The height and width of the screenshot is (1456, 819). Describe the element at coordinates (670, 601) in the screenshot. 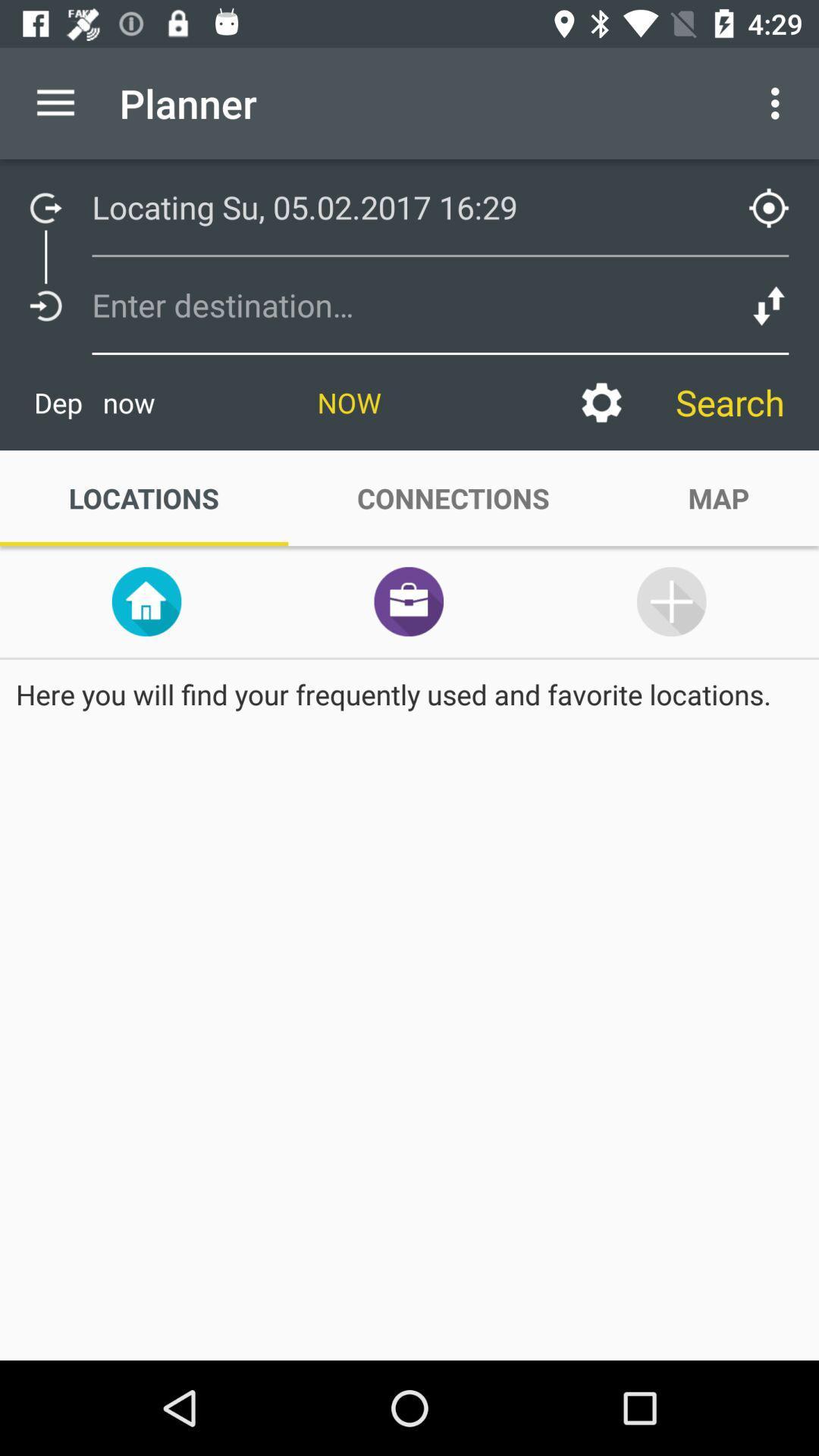

I see `the microphone icon` at that location.